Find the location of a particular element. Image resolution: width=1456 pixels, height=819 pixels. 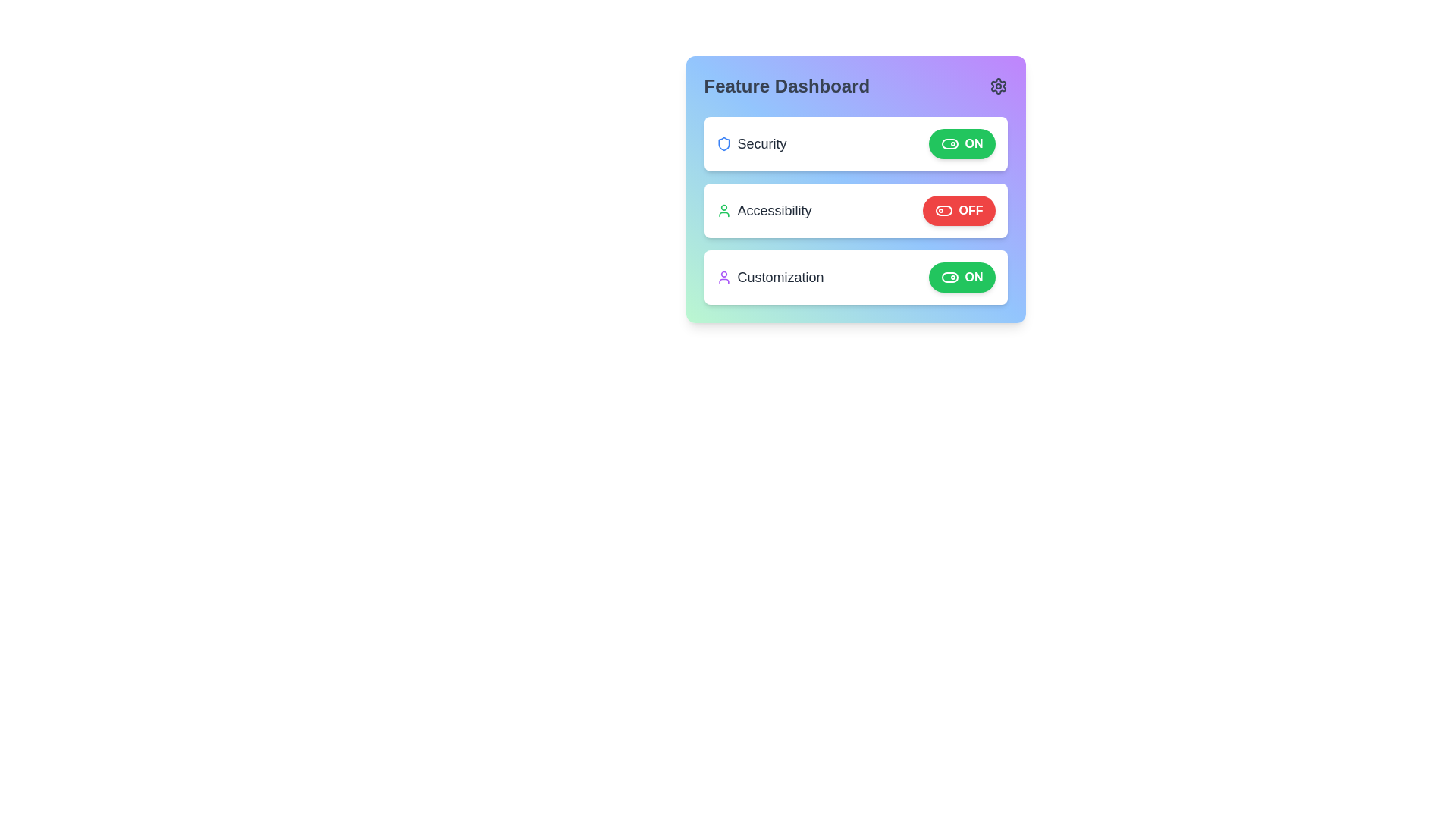

the toggle button for the Security feature to change its state is located at coordinates (961, 143).